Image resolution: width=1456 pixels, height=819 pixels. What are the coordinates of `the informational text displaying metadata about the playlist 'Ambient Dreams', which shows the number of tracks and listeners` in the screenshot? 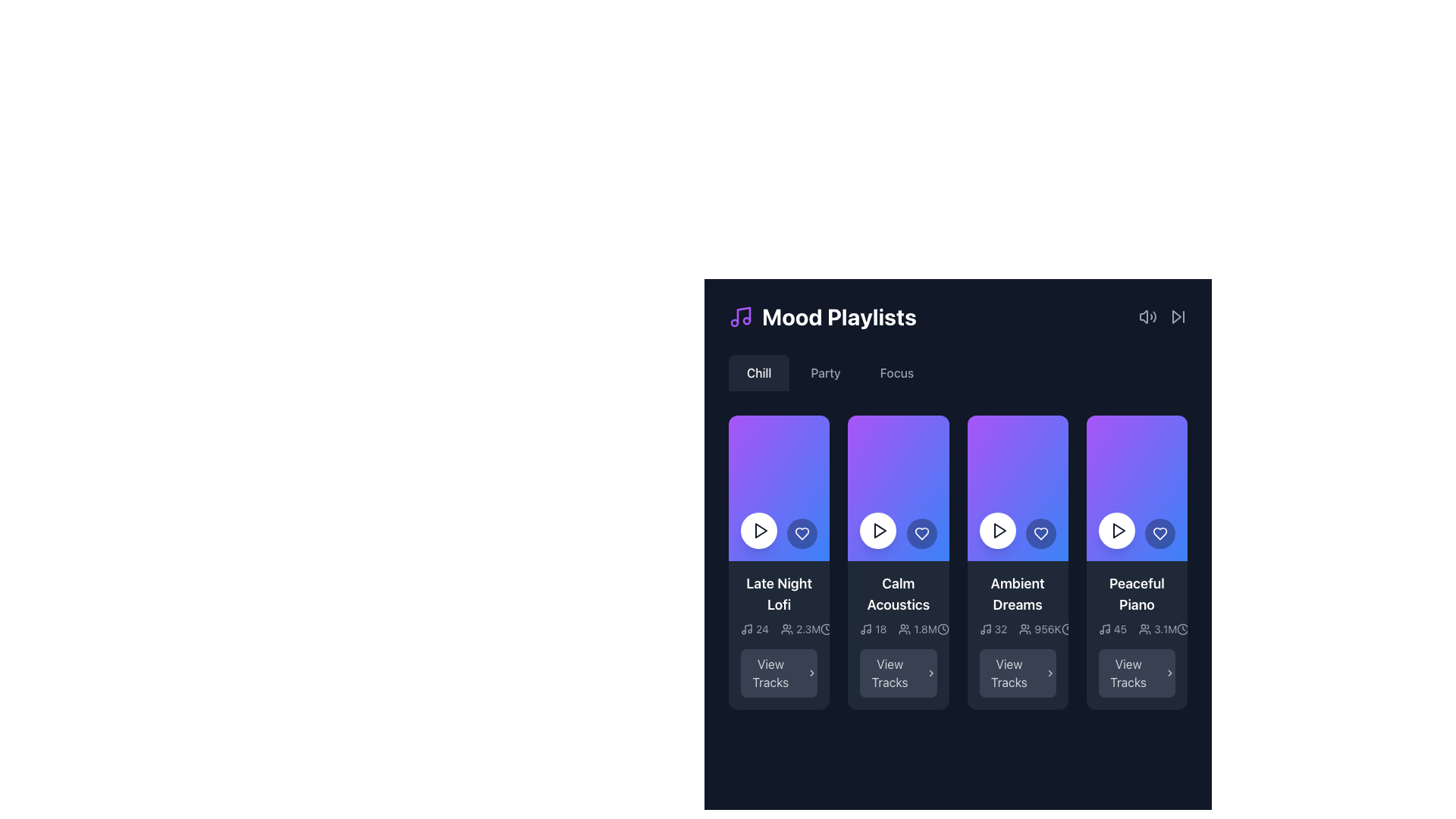 It's located at (1020, 629).